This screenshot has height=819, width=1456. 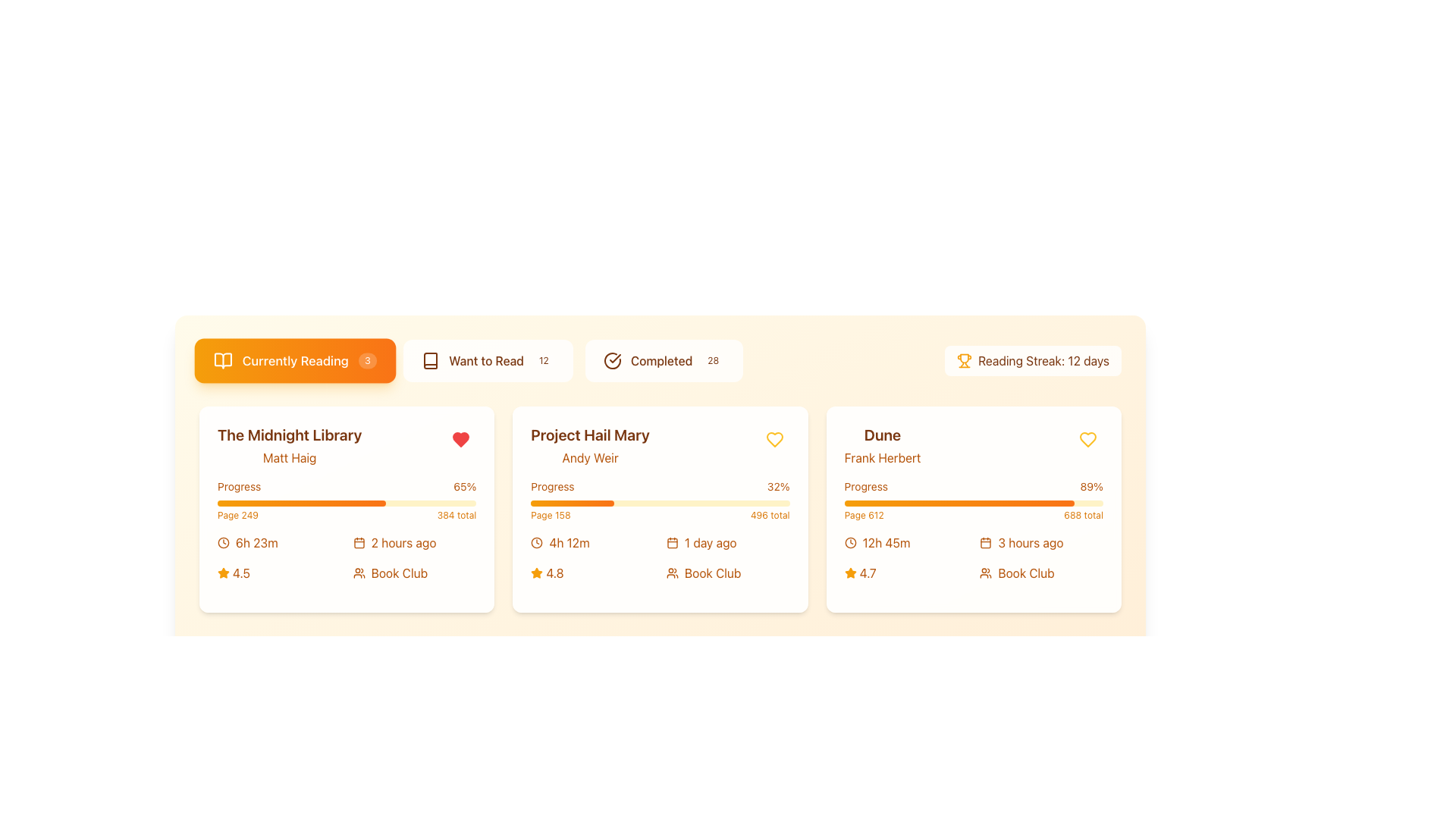 What do you see at coordinates (222, 542) in the screenshot?
I see `the visual representation of the small clock face icon, which is styled with thin lines and appears in a shade of amber, located to the left of the text '6h 23m' under the progress bar of the first book card` at bounding box center [222, 542].